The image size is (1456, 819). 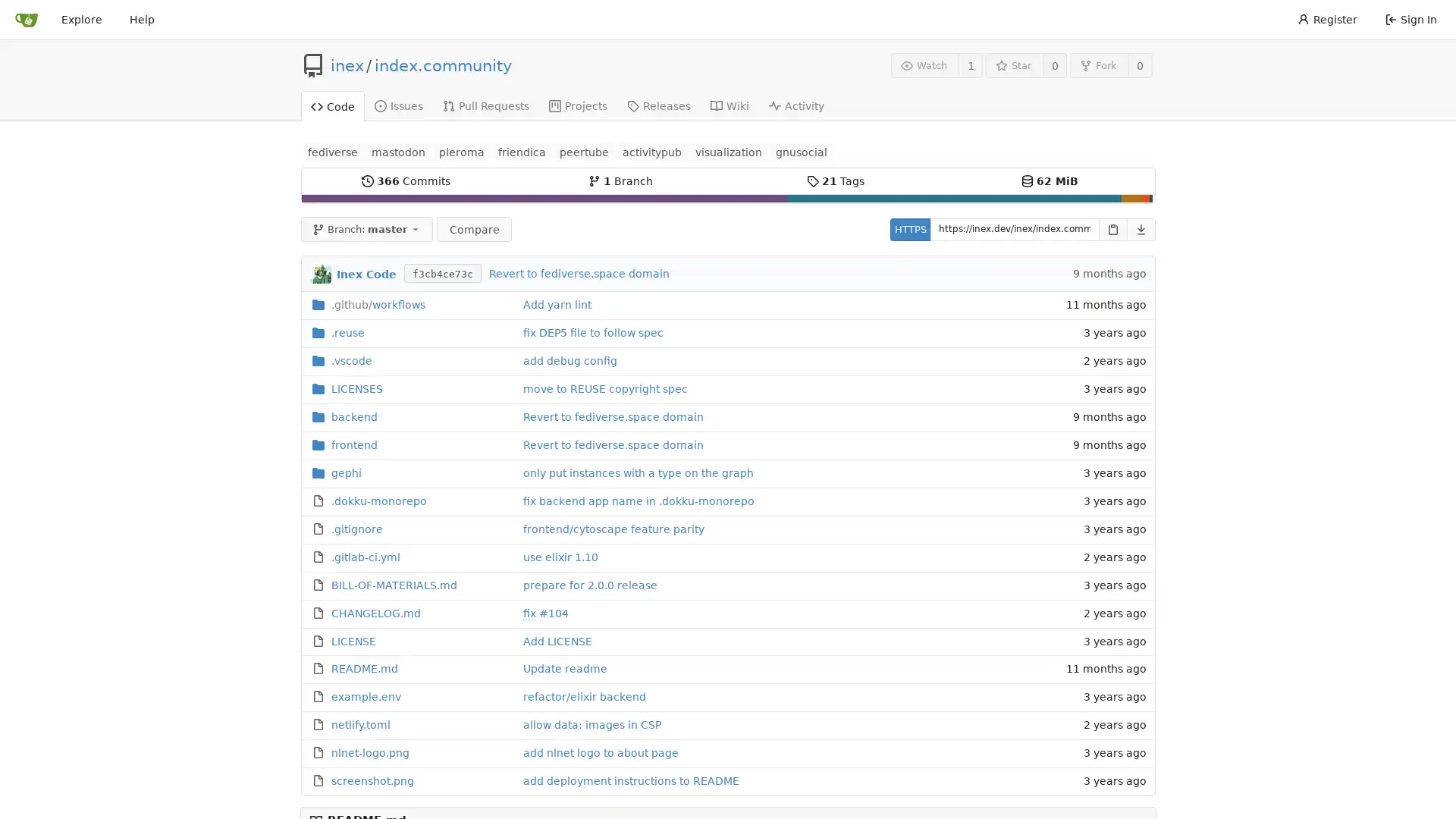 I want to click on Star, so click(x=1014, y=64).